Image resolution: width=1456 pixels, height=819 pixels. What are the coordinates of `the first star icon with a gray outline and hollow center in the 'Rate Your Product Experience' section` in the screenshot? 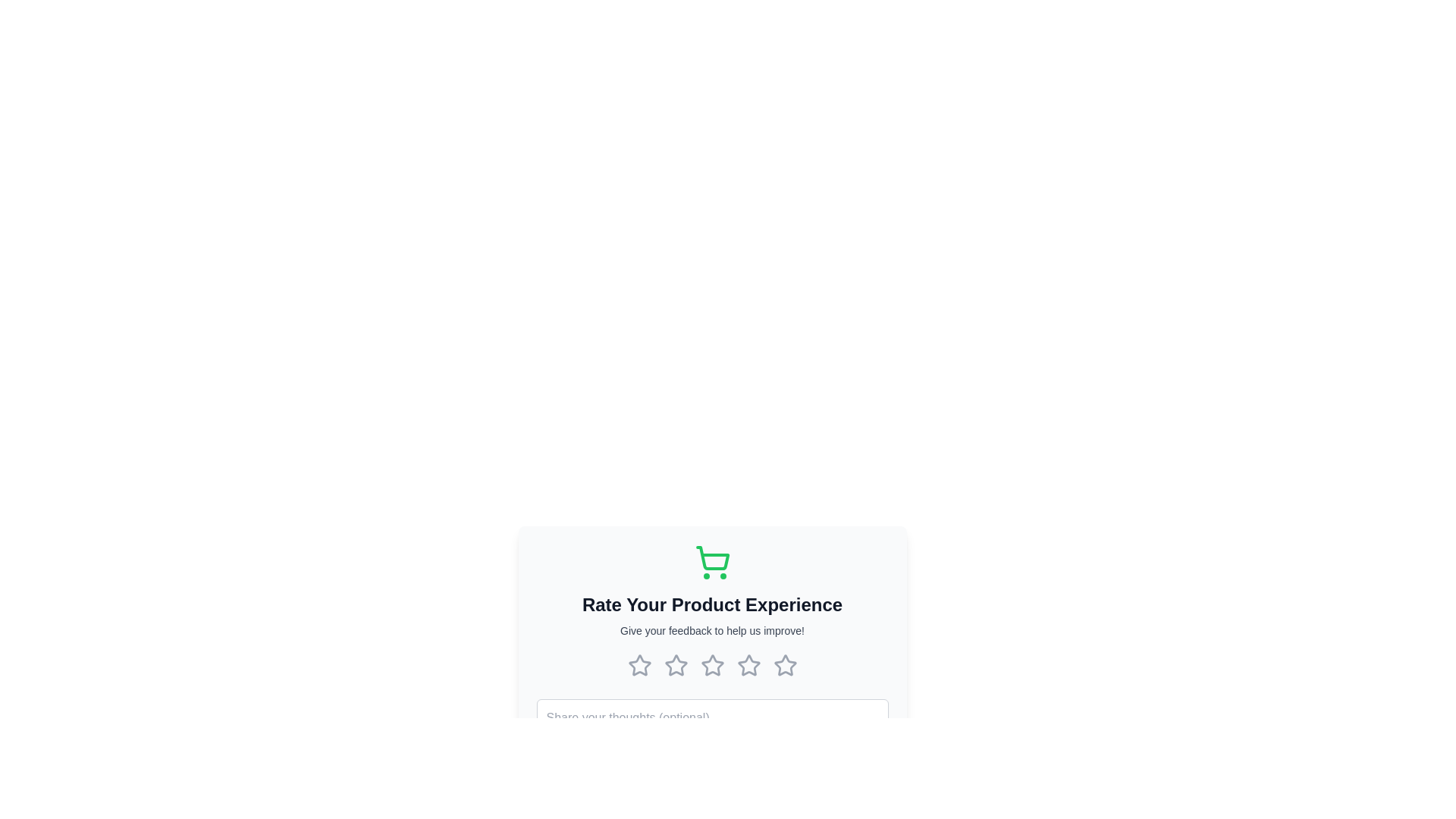 It's located at (639, 665).